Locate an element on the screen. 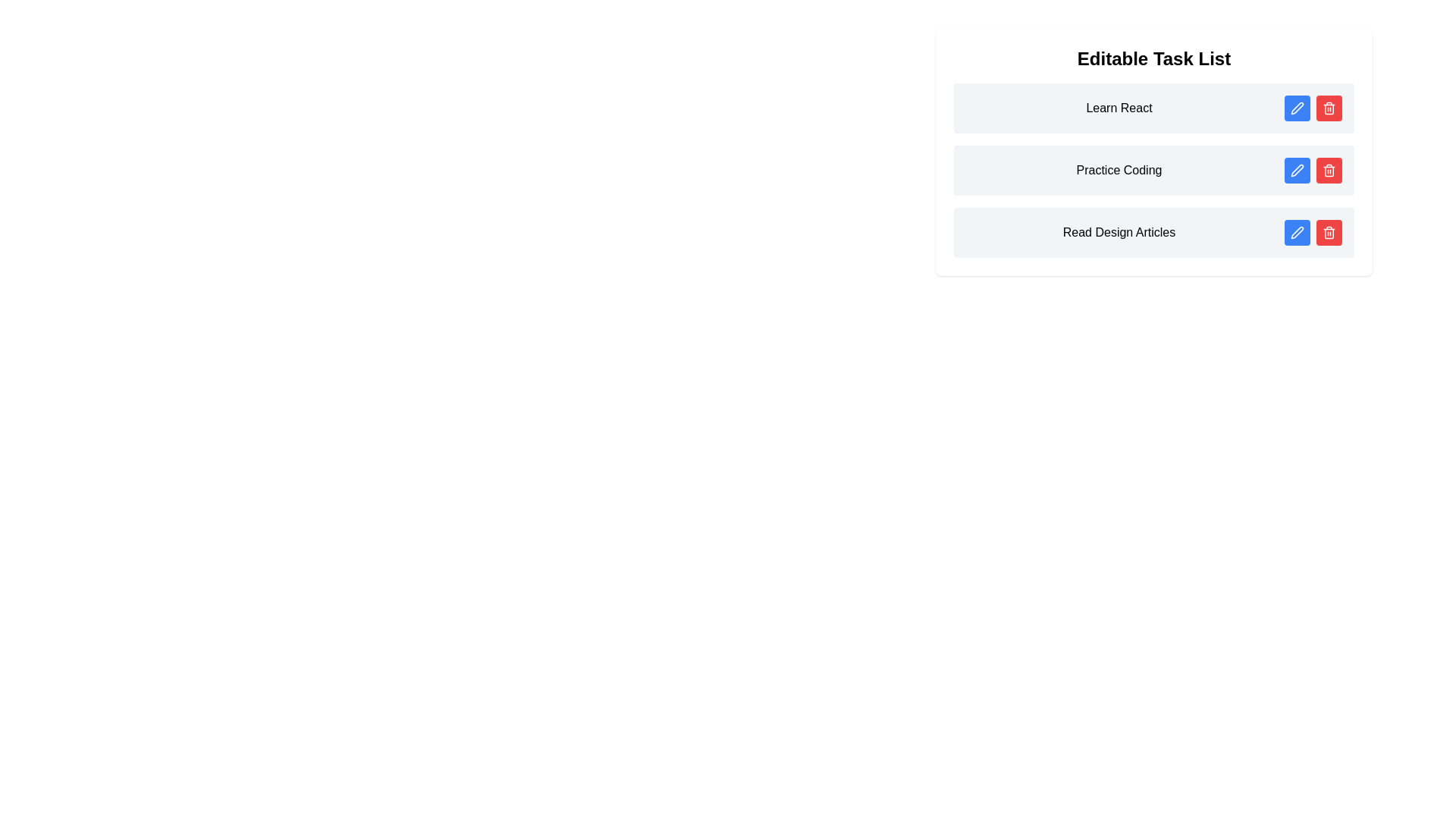 Image resolution: width=1456 pixels, height=819 pixels. the task item titled 'Practice Coding' is located at coordinates (1153, 152).